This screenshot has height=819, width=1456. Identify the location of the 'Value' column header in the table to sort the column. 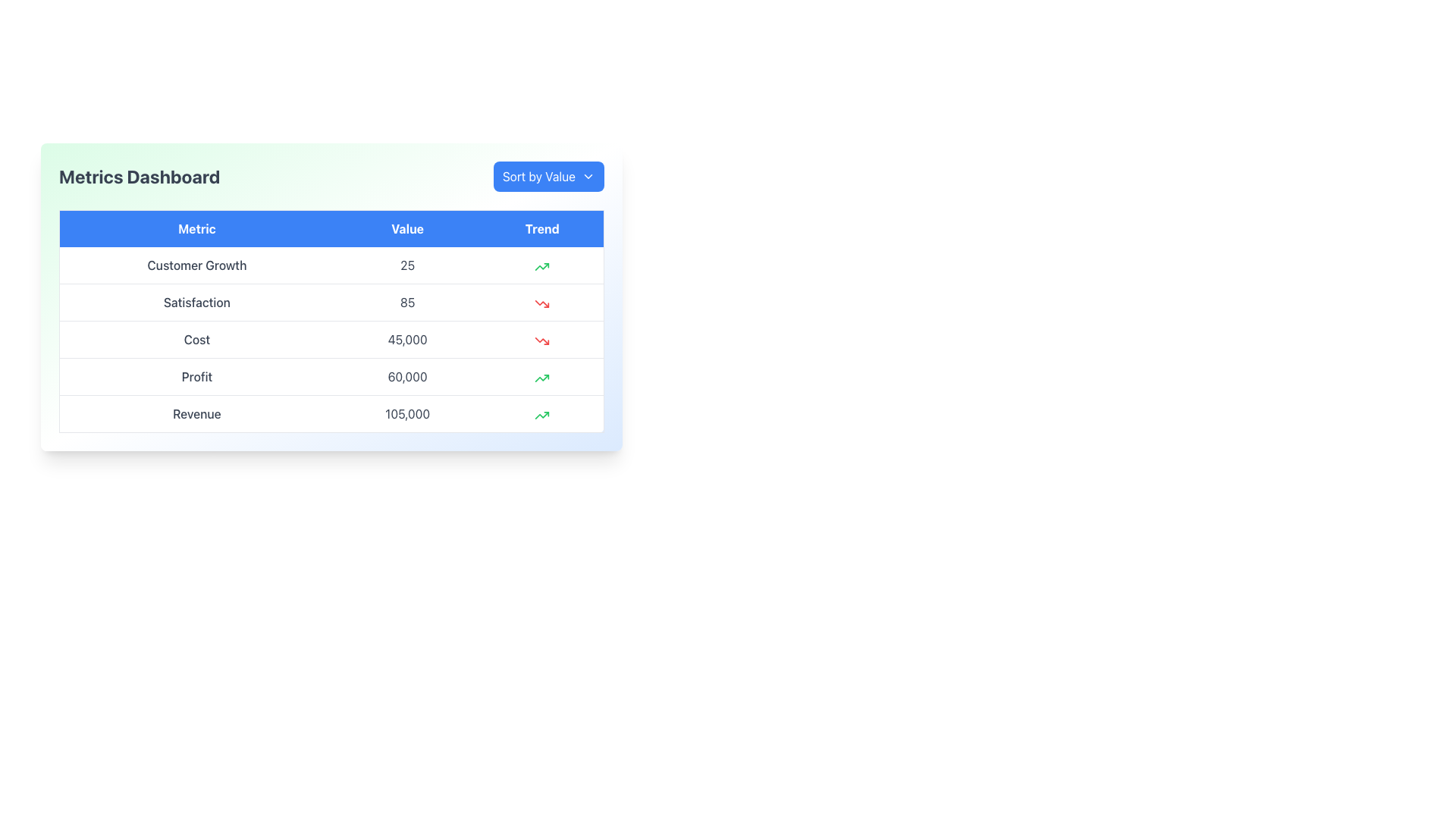
(407, 228).